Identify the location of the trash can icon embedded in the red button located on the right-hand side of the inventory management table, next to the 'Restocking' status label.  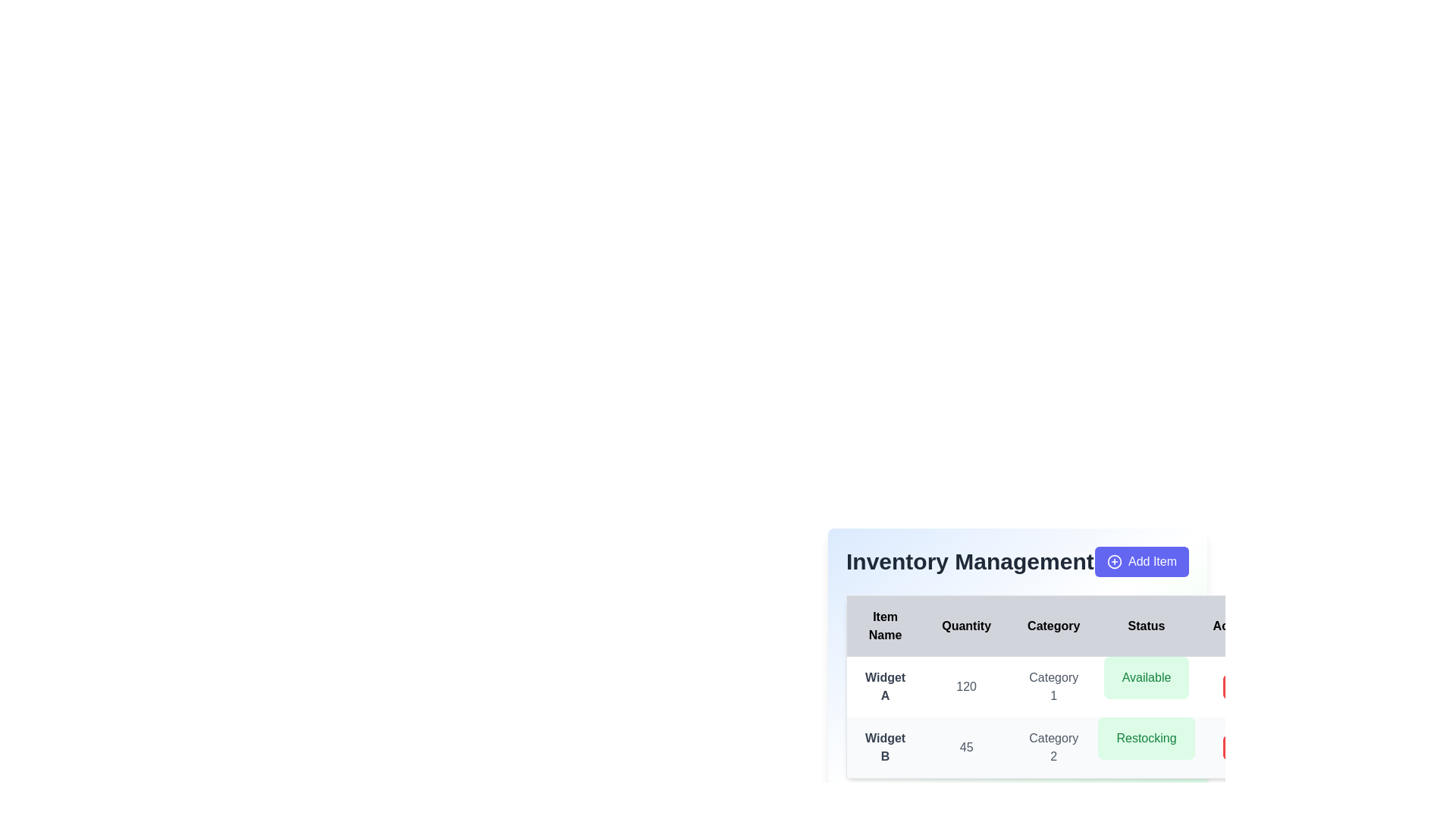
(1235, 747).